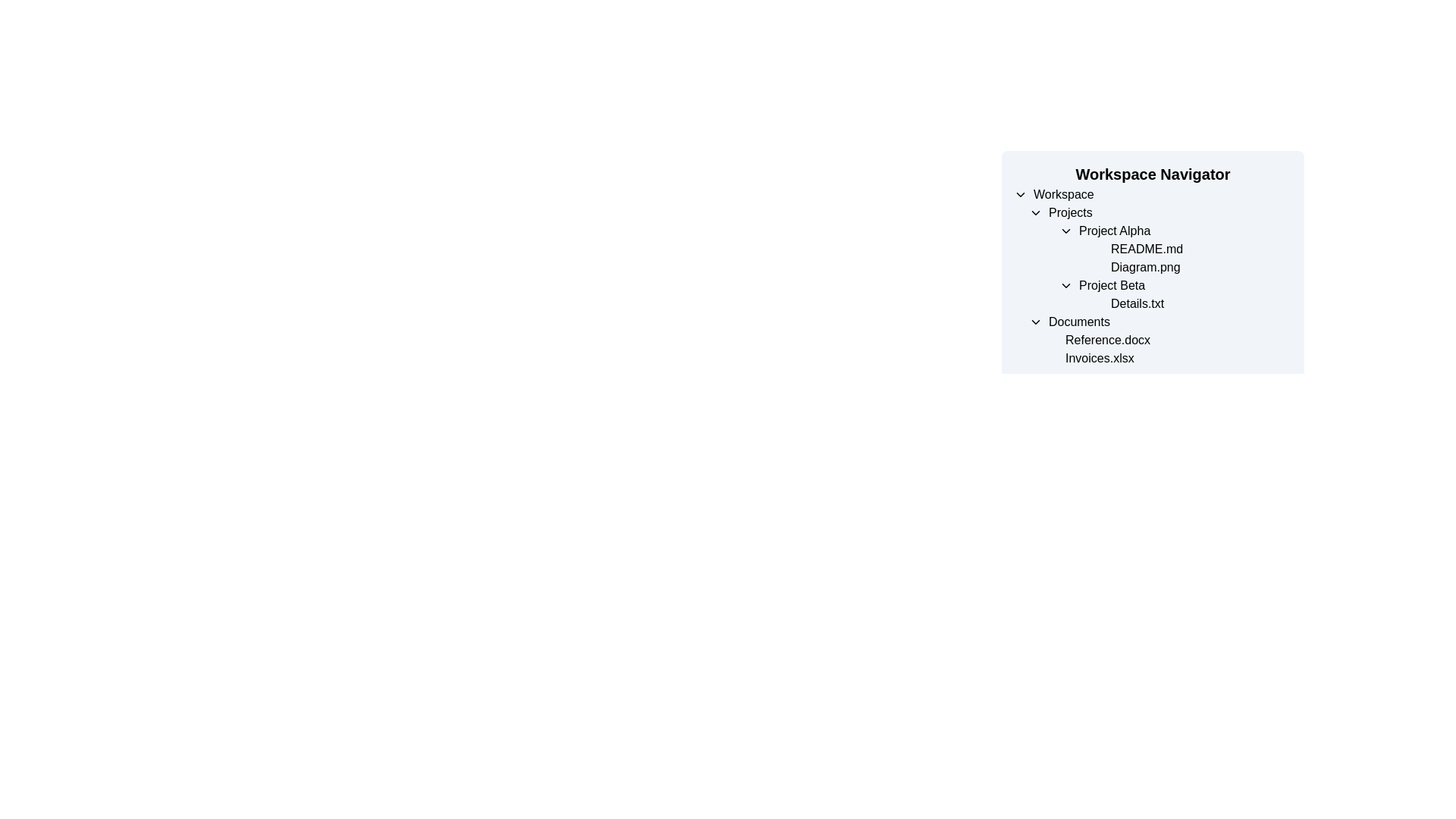 This screenshot has height=819, width=1456. Describe the element at coordinates (1035, 213) in the screenshot. I see `the downward-facing Chevron icon located to the left of the 'Projects' text in the Workspace Navigator` at that location.